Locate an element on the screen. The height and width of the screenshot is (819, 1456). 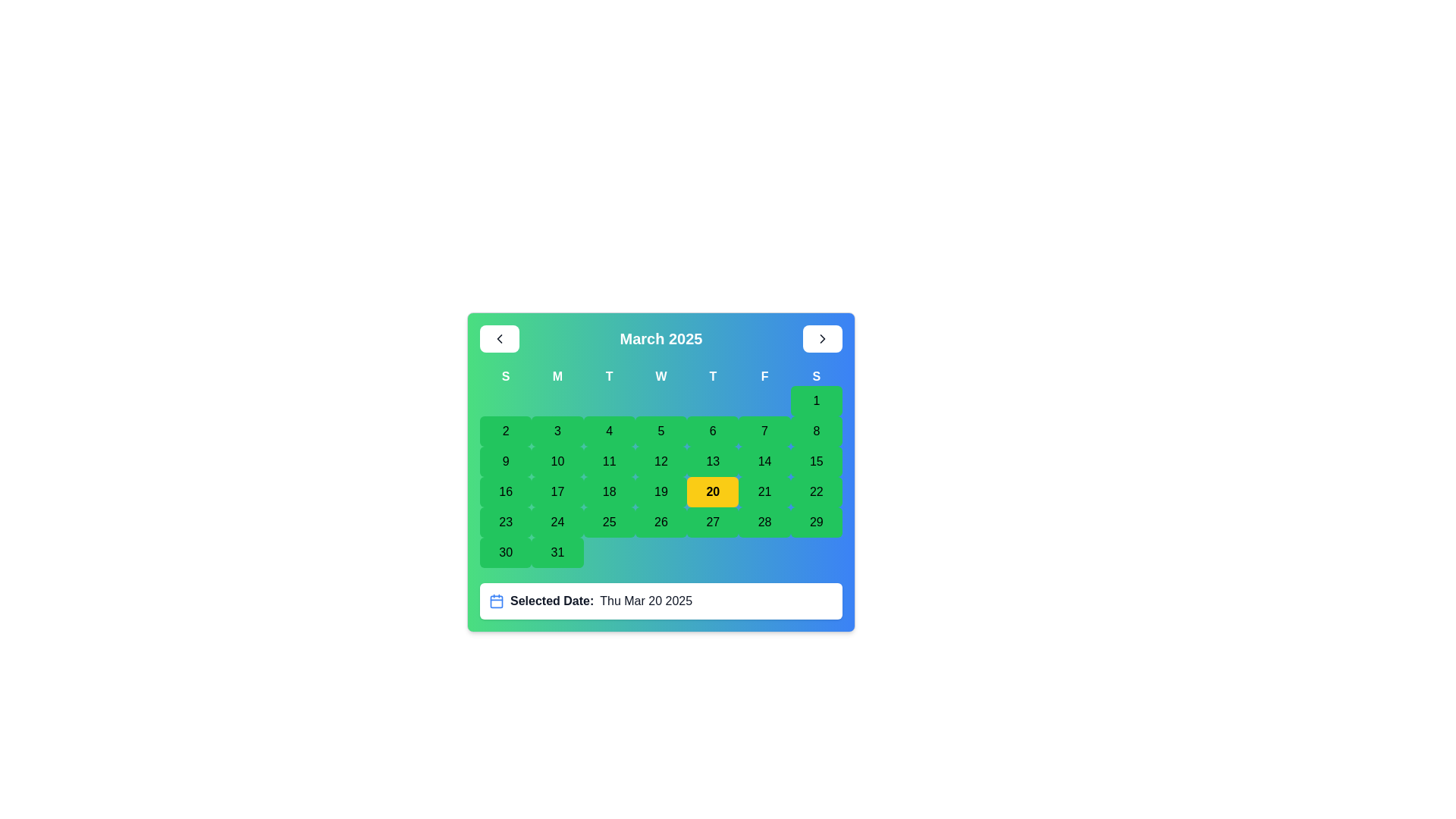
the bold text label displaying 'Selected Date:' located below the calendar and between the calendar icon and the date string 'Thu Mar 20 2025' is located at coordinates (551, 601).